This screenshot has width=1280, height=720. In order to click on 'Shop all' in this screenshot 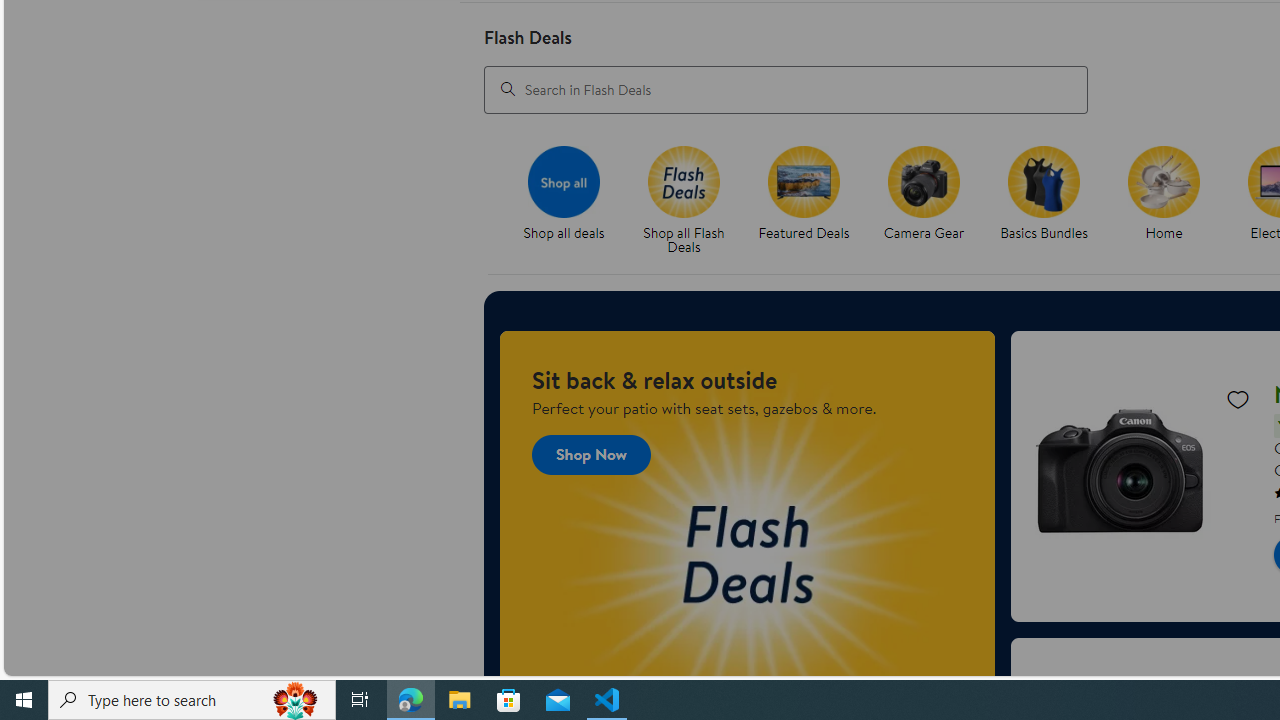, I will do `click(562, 181)`.